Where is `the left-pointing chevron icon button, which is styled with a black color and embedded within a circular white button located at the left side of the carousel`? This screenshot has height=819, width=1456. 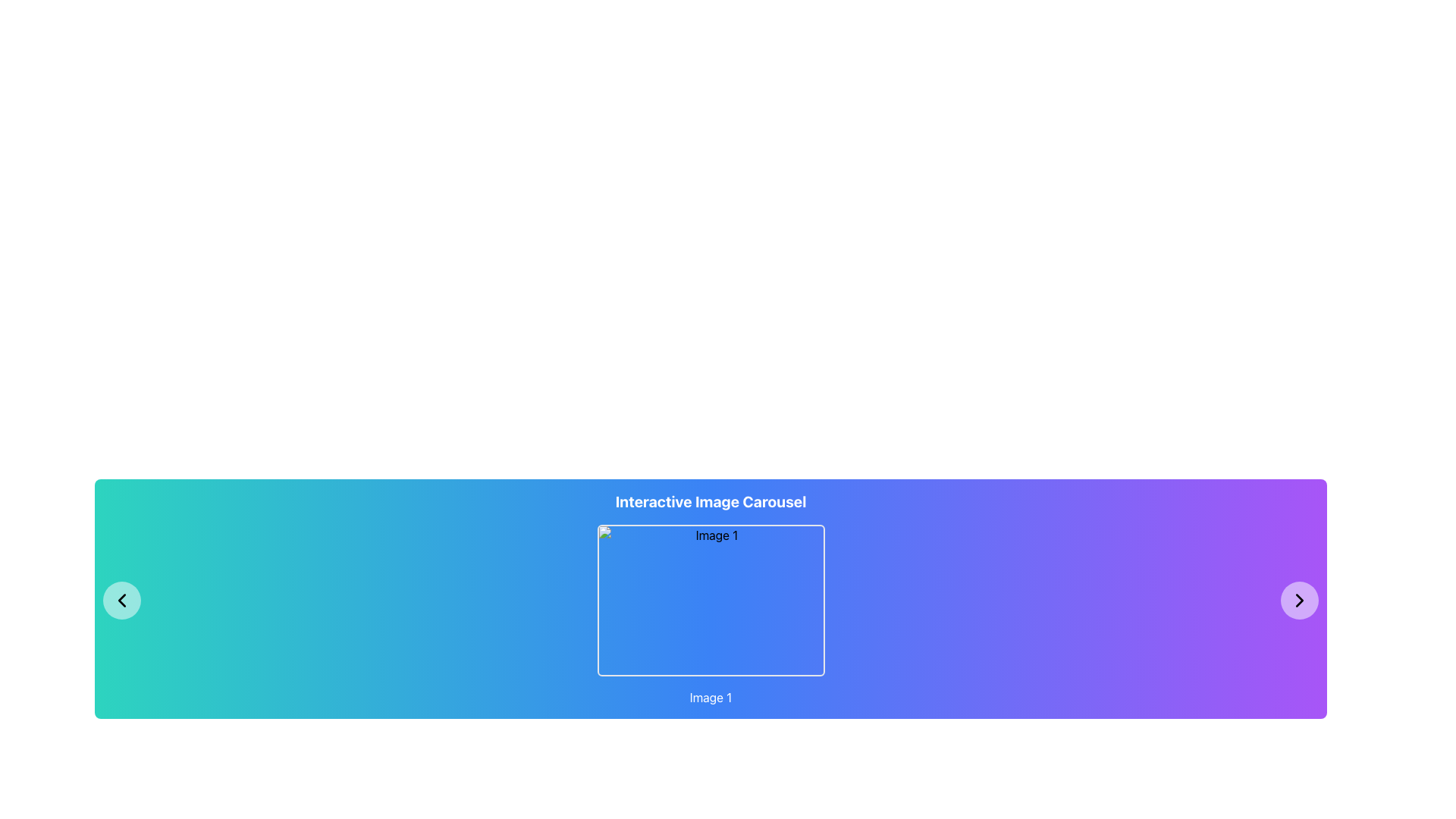
the left-pointing chevron icon button, which is styled with a black color and embedded within a circular white button located at the left side of the carousel is located at coordinates (122, 599).